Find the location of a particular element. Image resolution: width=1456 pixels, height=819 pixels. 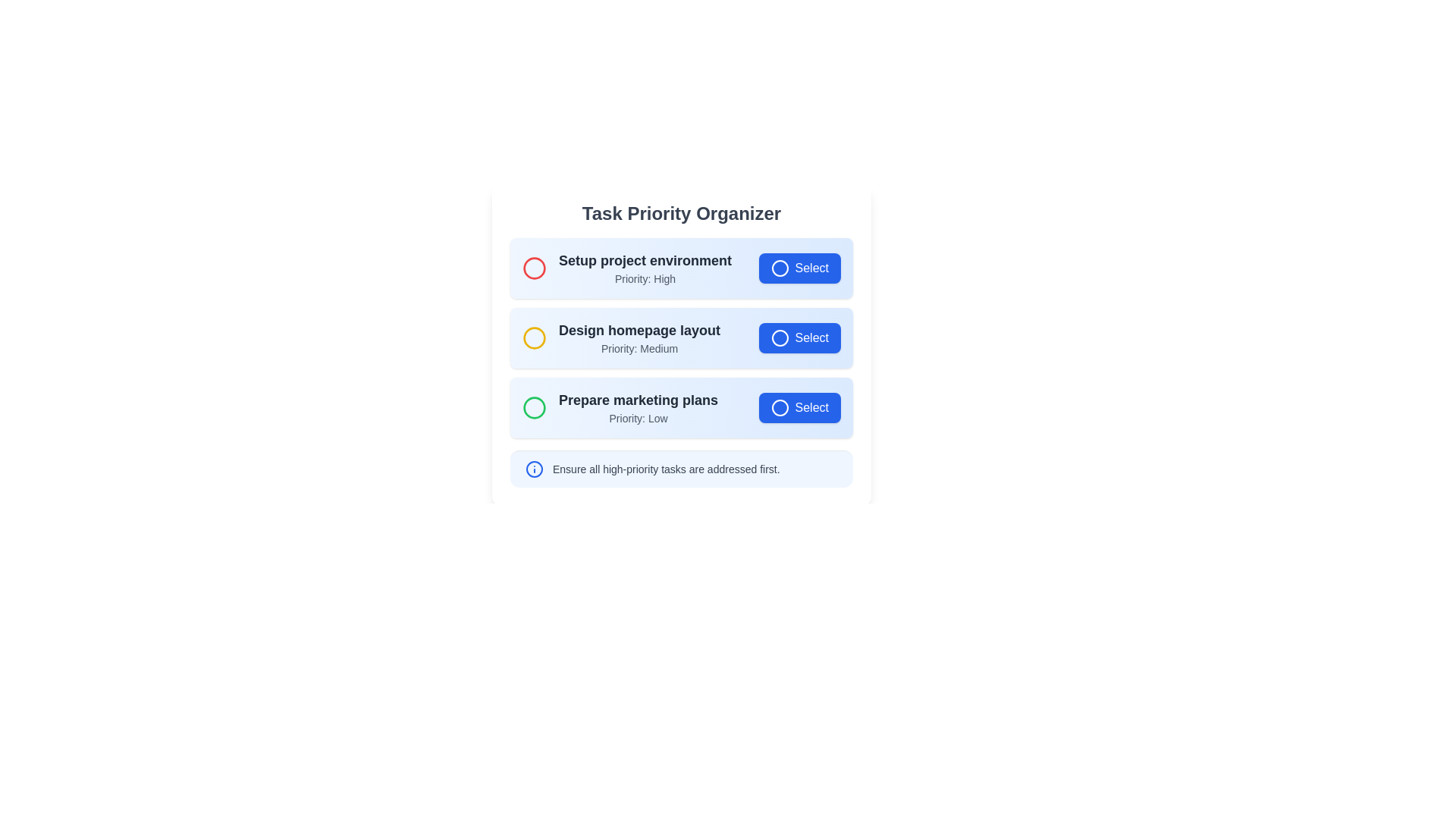

the state indicator icon located near the 'Select' button for the 'Setup project environment' task in the first row of the task organizer list is located at coordinates (780, 268).